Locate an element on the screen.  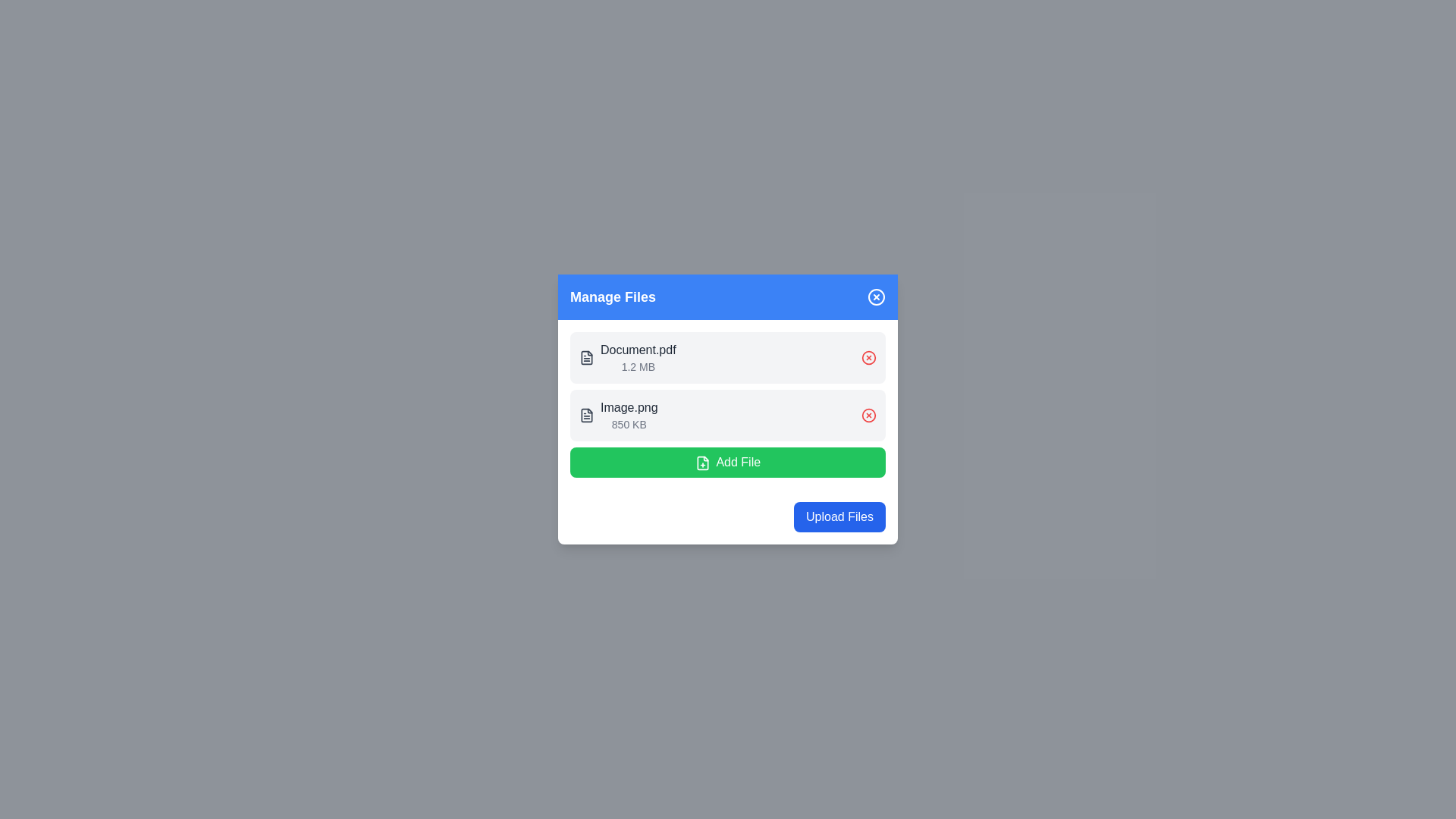
the close button located at the top-right corner of the 'Manage Files' section is located at coordinates (877, 297).